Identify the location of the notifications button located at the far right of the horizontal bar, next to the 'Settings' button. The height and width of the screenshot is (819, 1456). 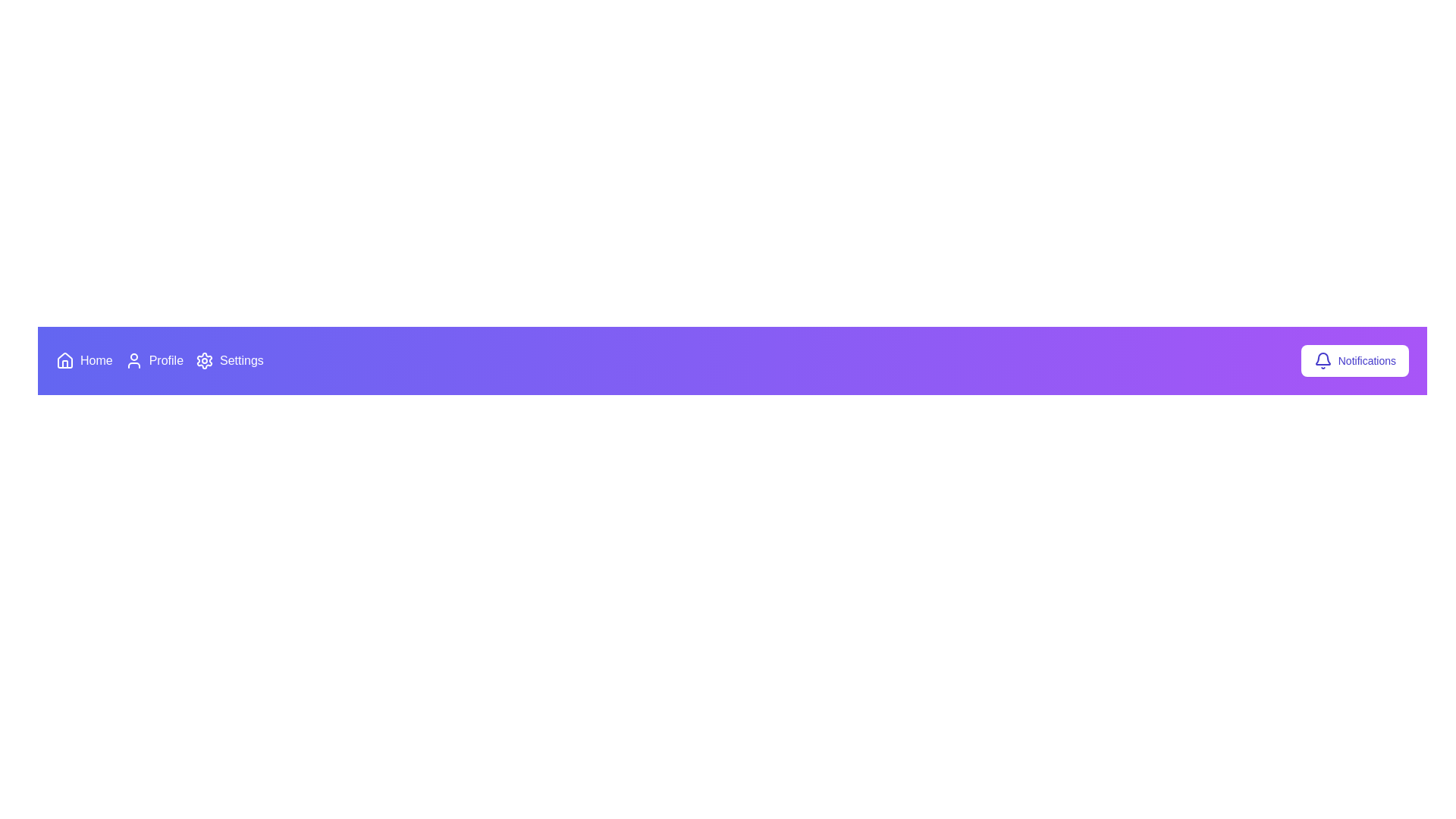
(1354, 360).